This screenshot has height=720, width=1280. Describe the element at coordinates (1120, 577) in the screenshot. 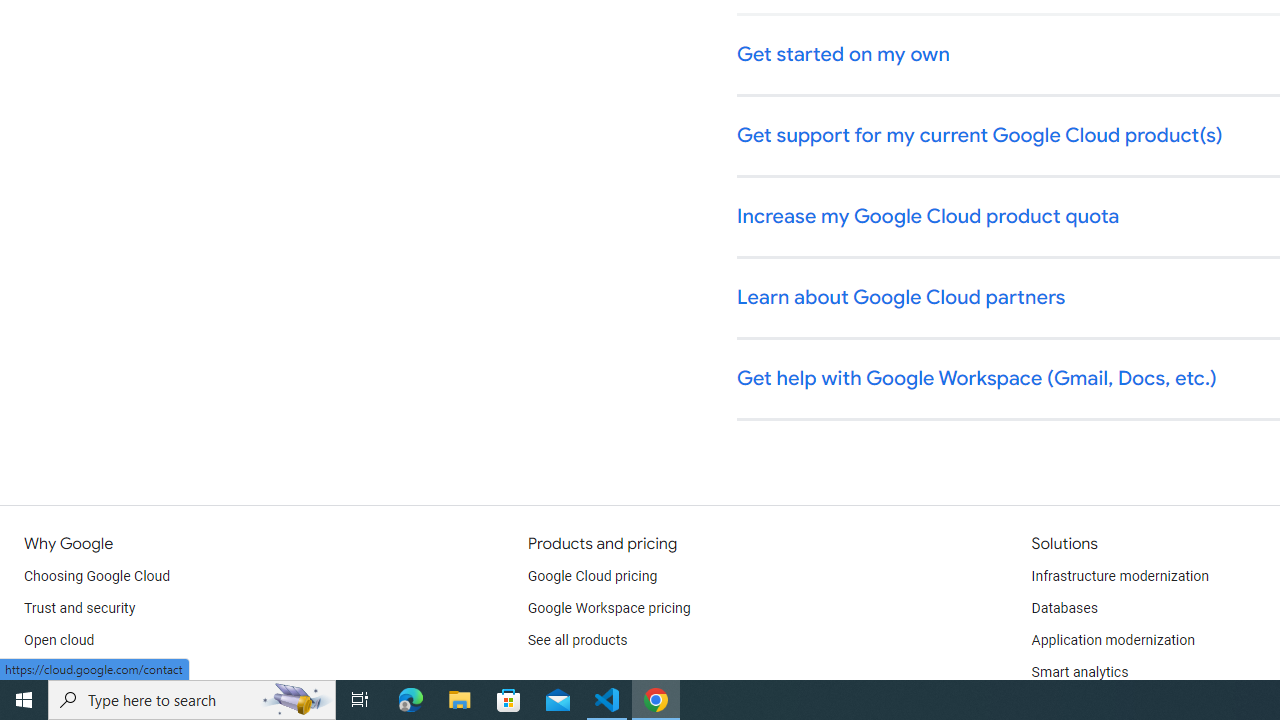

I see `'Infrastructure modernization'` at that location.